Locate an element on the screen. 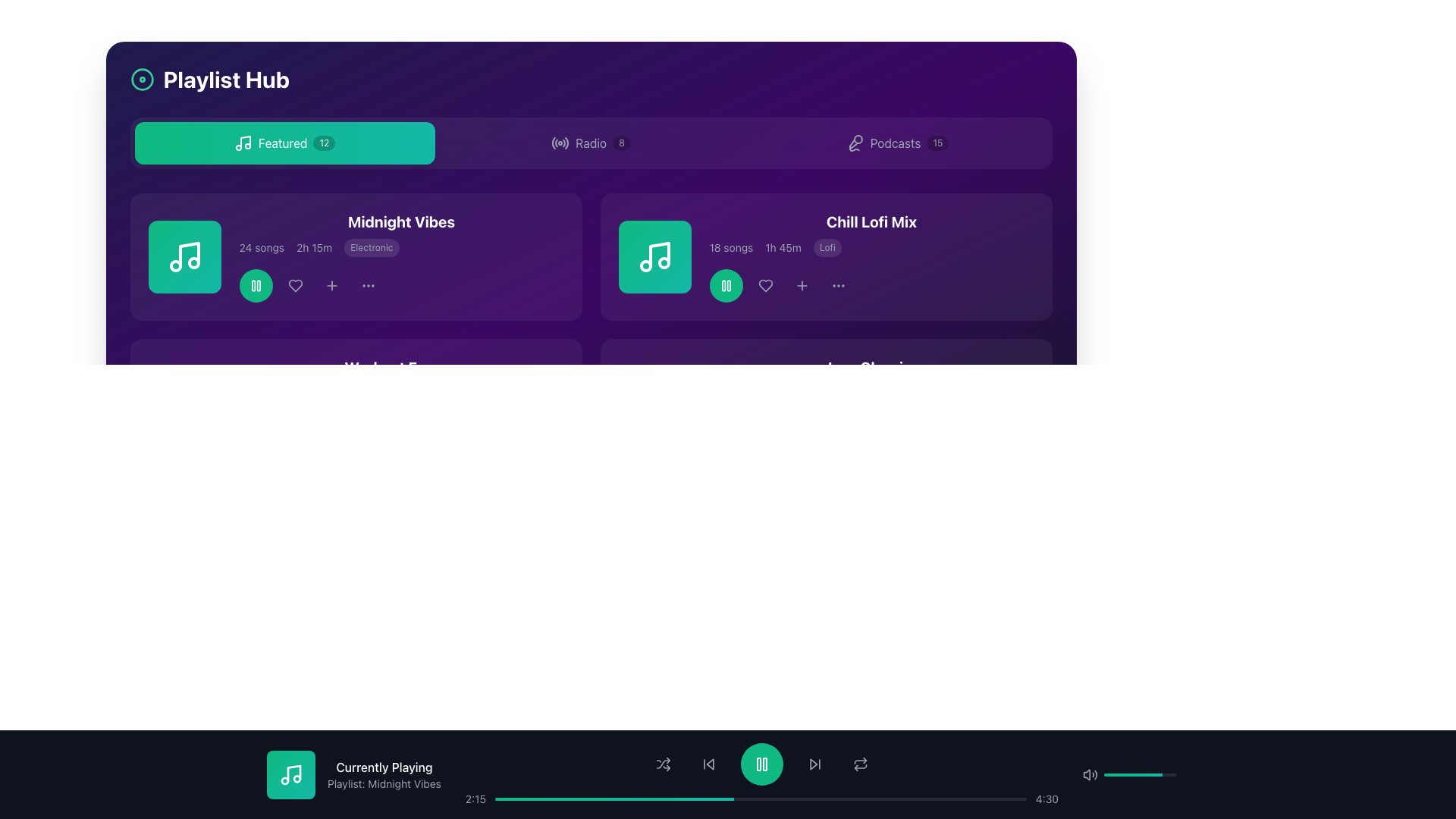 Image resolution: width=1456 pixels, height=819 pixels. the Information Display Box displaying the playlist title 'Chill Lofi Mix' located in the 'Featured' section of the 'Playlist Hub' interface is located at coordinates (871, 256).